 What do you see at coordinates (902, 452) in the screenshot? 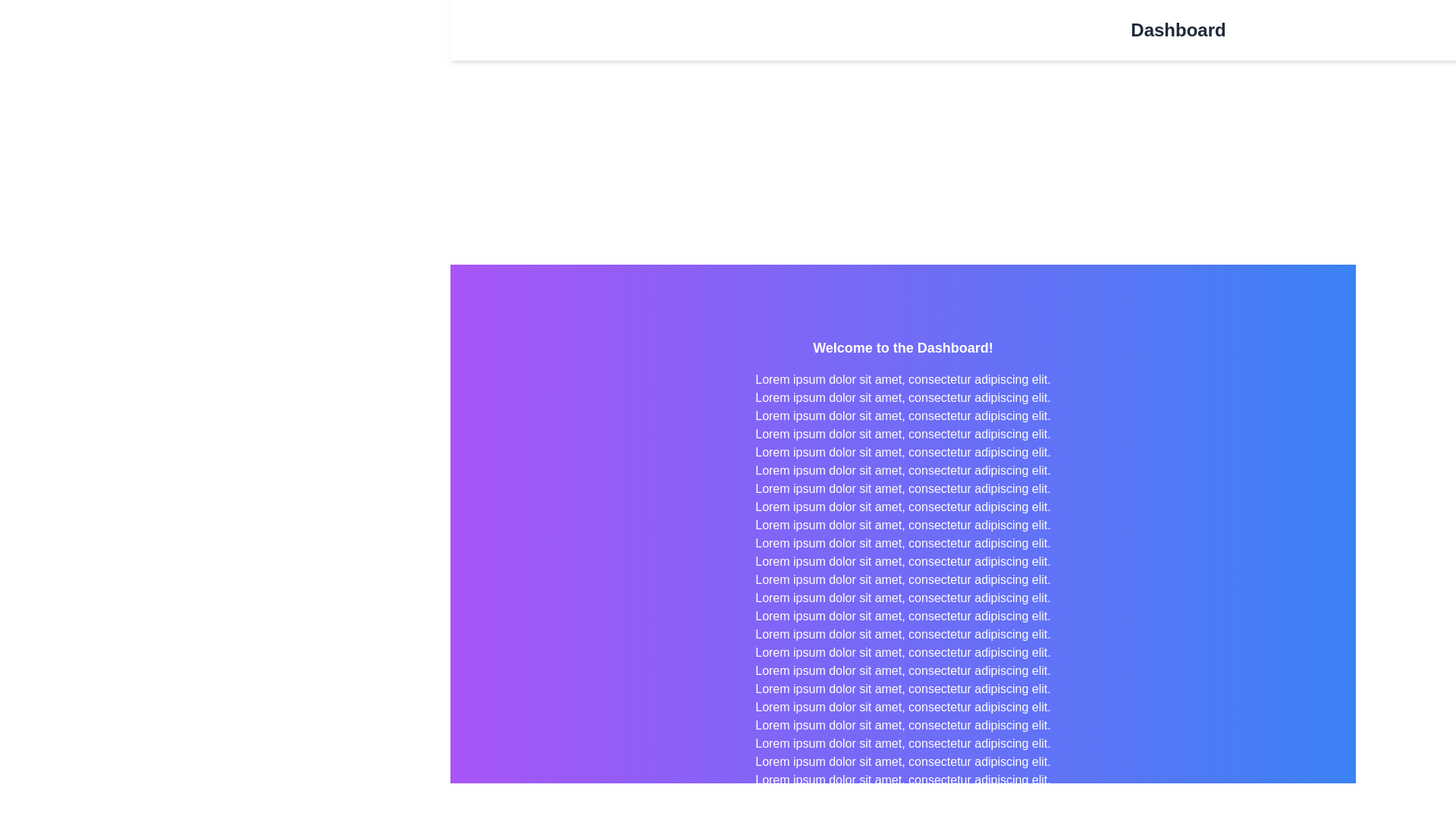
I see `the sixth static text label that displays a message under the heading 'Welcome to the Dashboard!'` at bounding box center [902, 452].